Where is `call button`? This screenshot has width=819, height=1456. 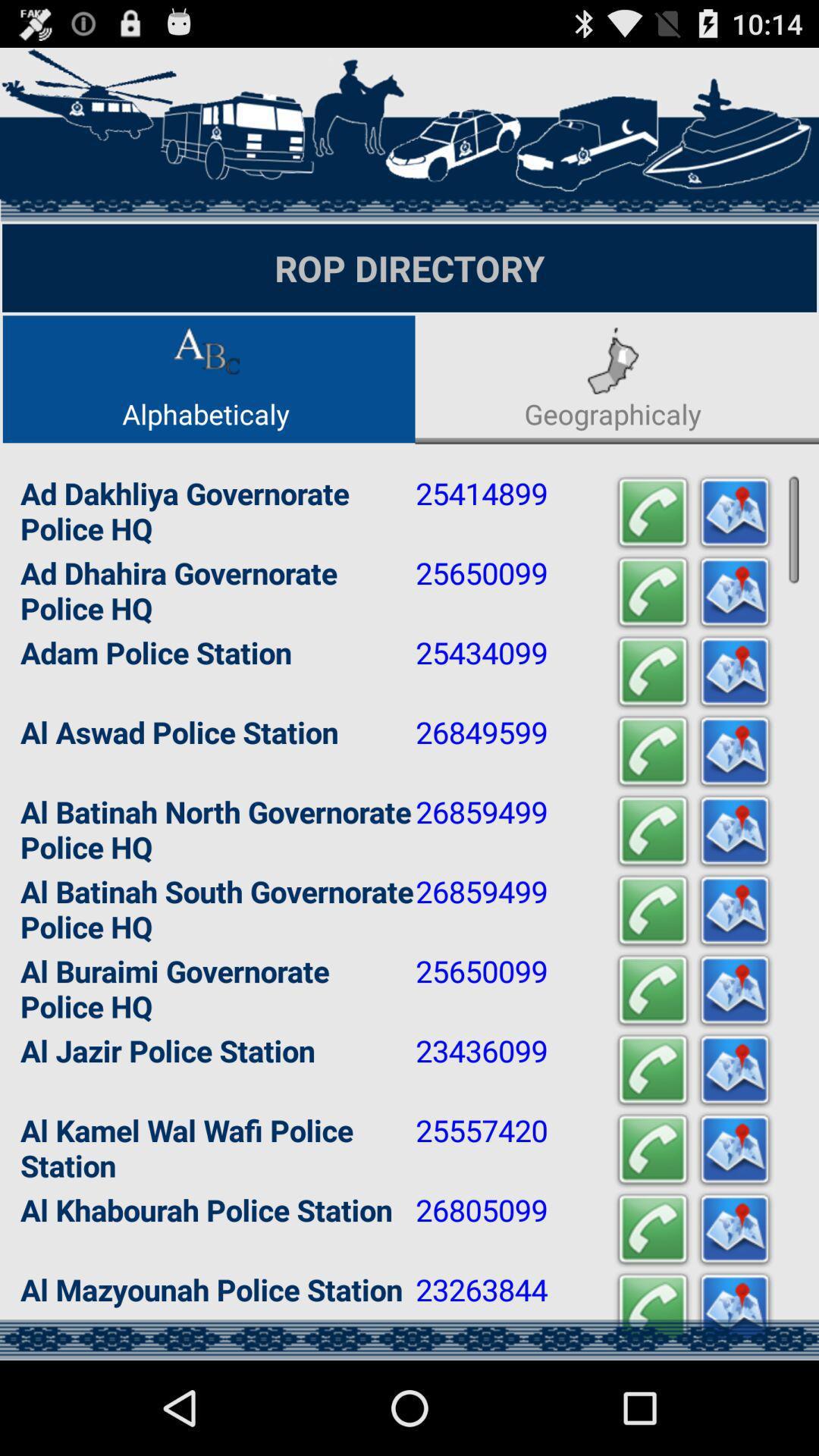
call button is located at coordinates (651, 513).